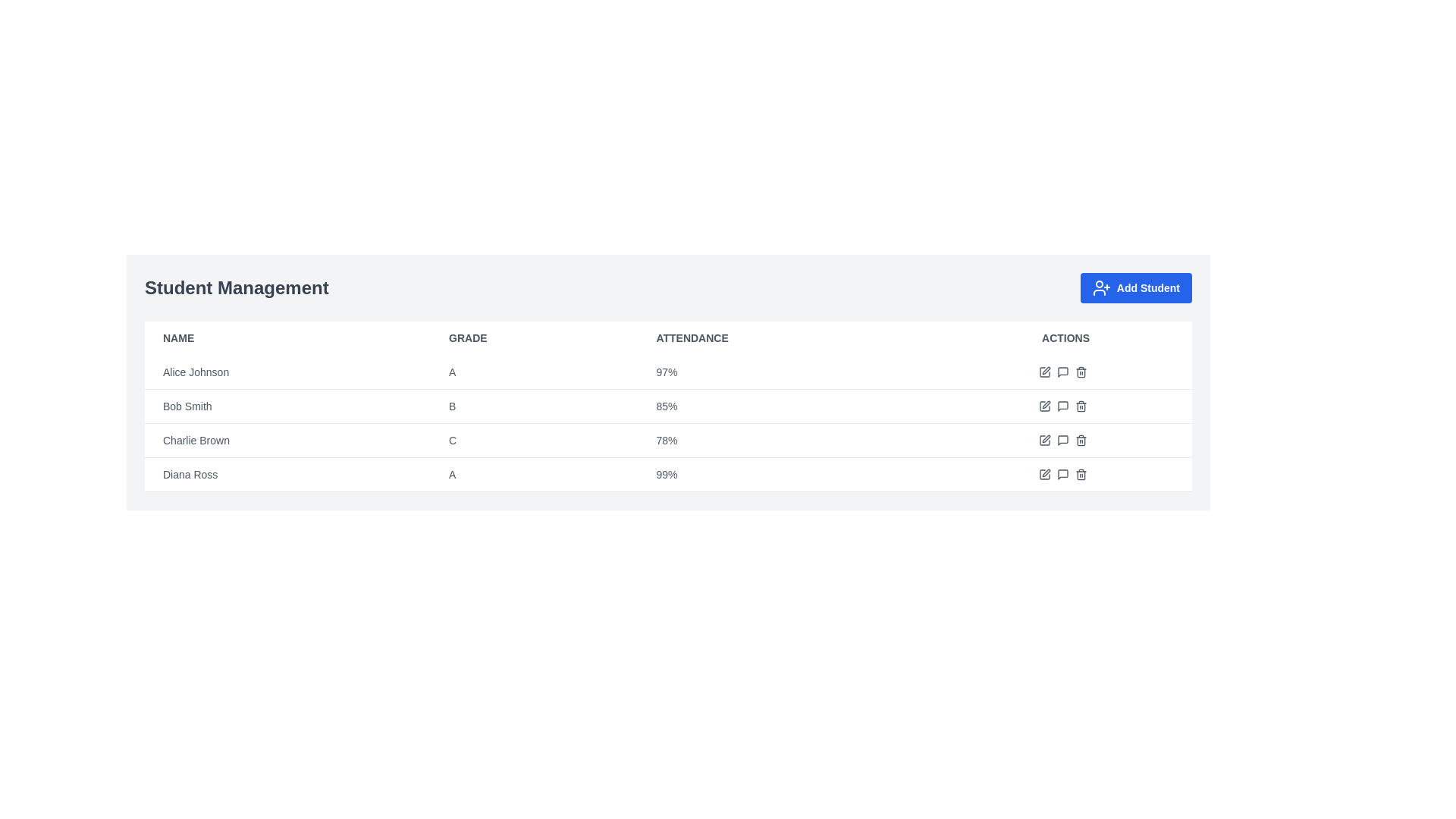 The width and height of the screenshot is (1456, 819). I want to click on the editing icon depicted as a square with a pen motif, located in the first row of the 'Actions' column, which changes to blue and enlarges on hover, so click(1043, 372).